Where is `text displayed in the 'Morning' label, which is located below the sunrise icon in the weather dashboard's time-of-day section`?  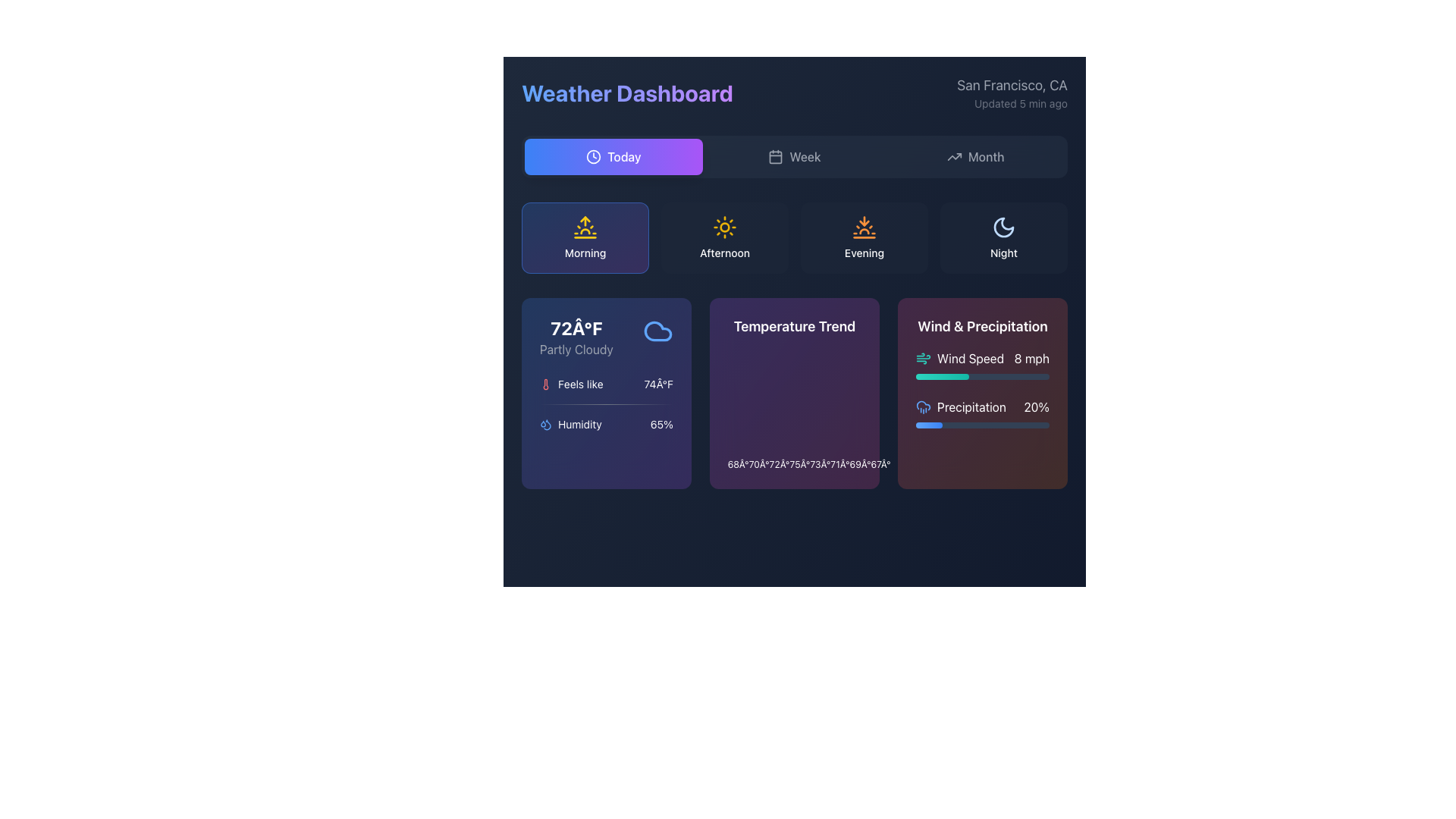
text displayed in the 'Morning' label, which is located below the sunrise icon in the weather dashboard's time-of-day section is located at coordinates (585, 253).